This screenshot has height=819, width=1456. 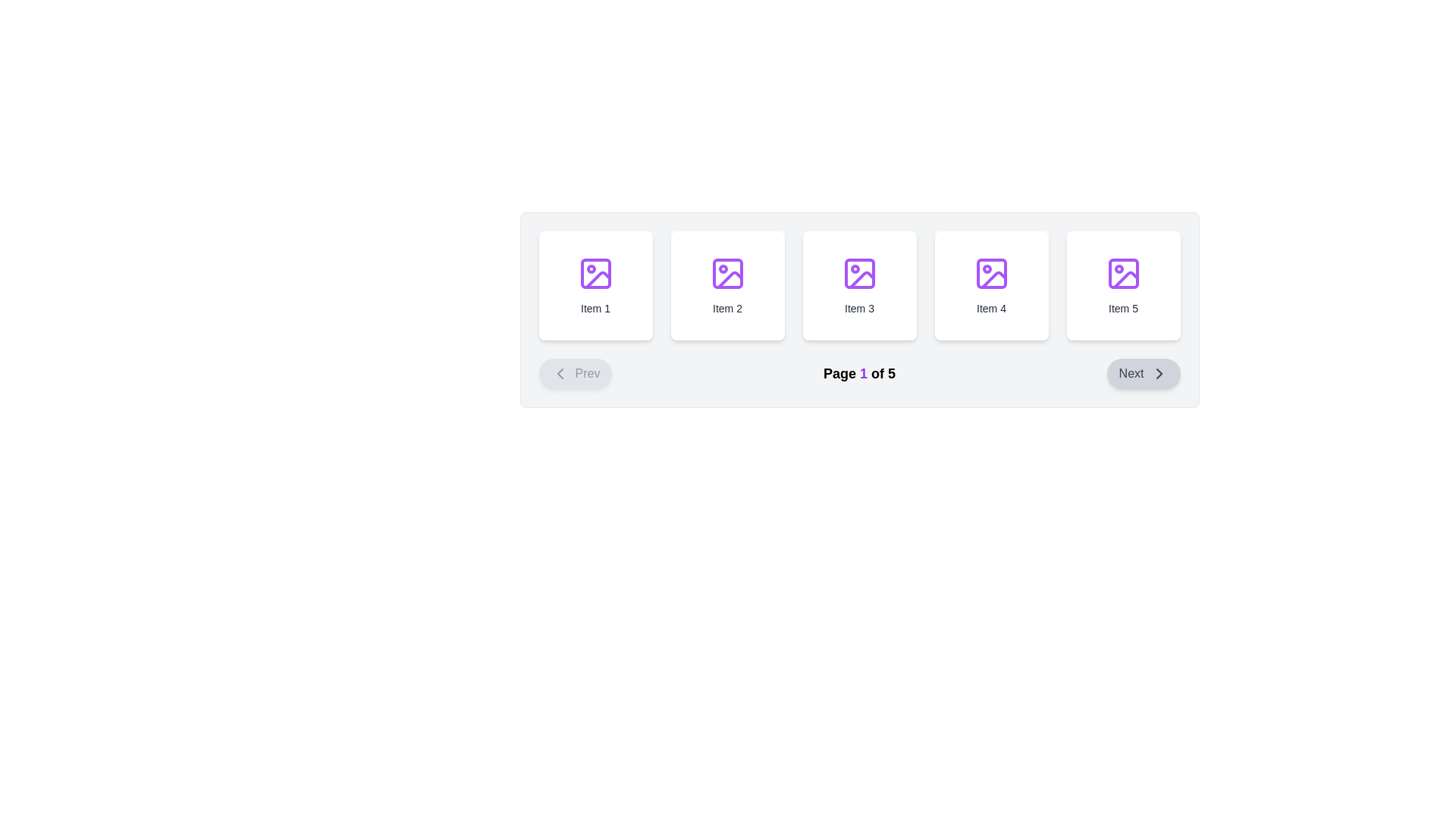 I want to click on the right-pointing arrow icon used for navigation to the next page, located on the far-right of the pagination section next to the 'Next' button, so click(x=1158, y=374).